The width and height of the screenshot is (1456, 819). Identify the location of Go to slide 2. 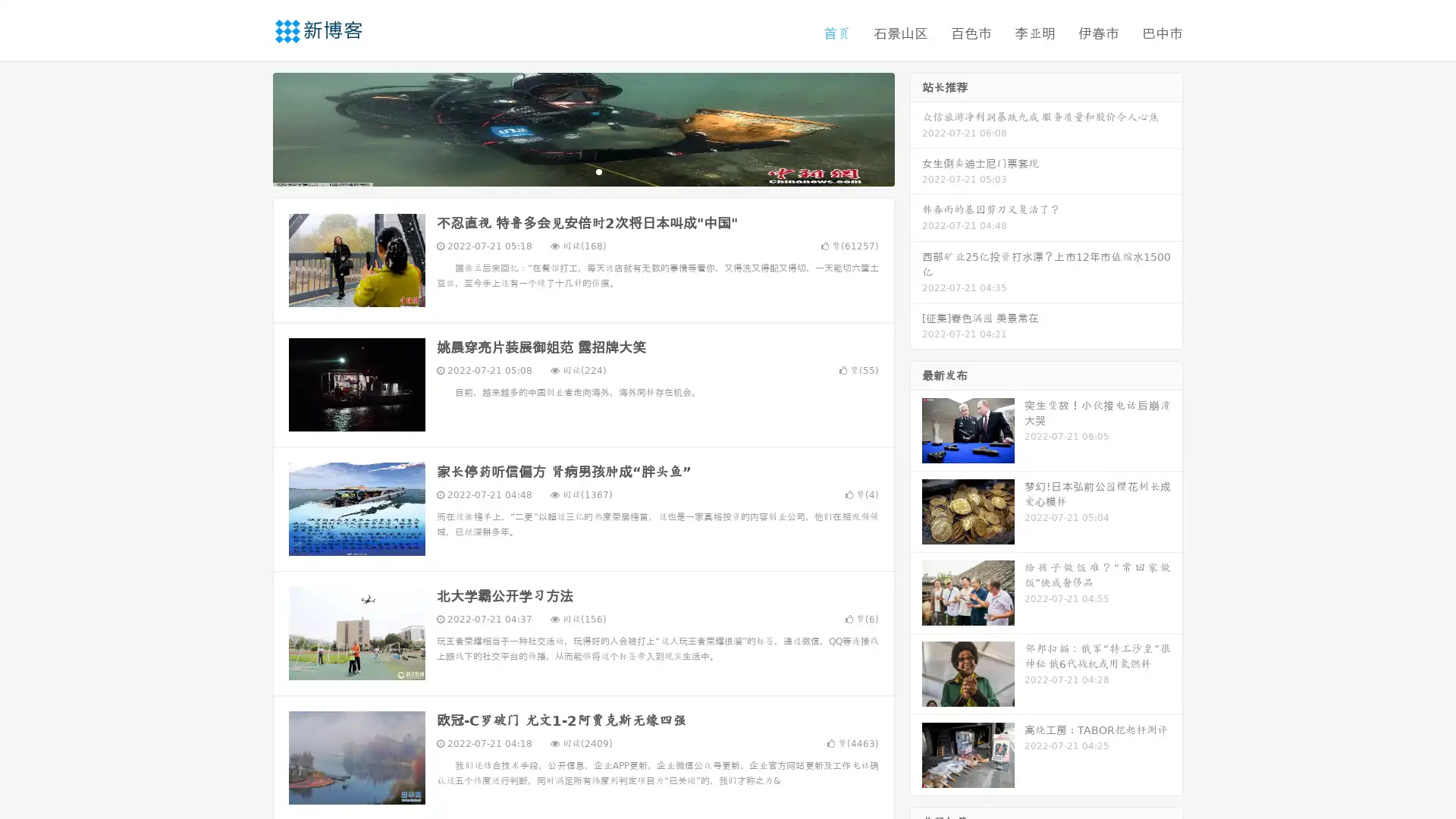
(582, 171).